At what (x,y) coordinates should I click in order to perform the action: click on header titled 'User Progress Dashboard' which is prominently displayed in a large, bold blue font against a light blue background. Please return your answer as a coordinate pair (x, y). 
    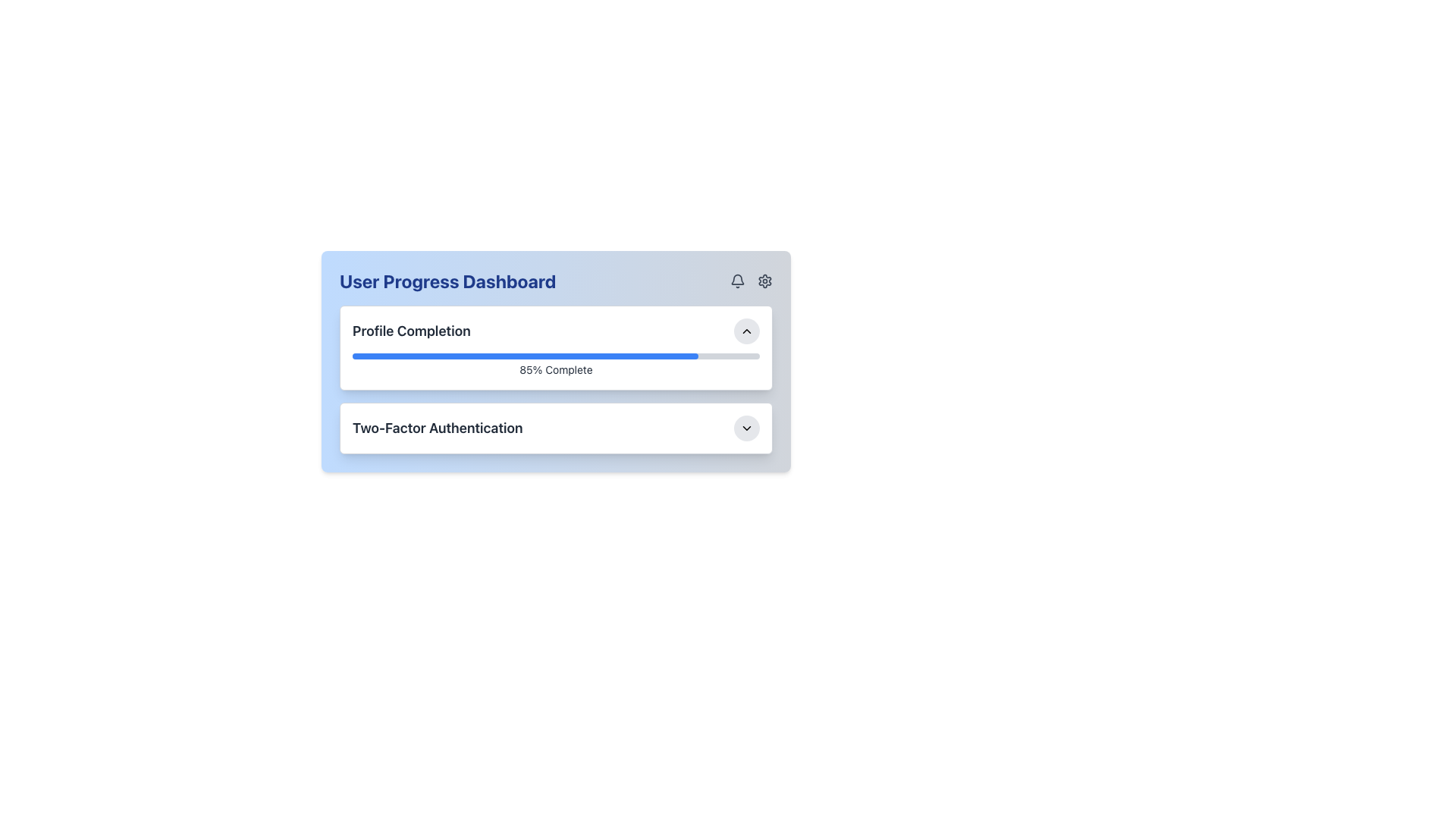
    Looking at the image, I should click on (447, 281).